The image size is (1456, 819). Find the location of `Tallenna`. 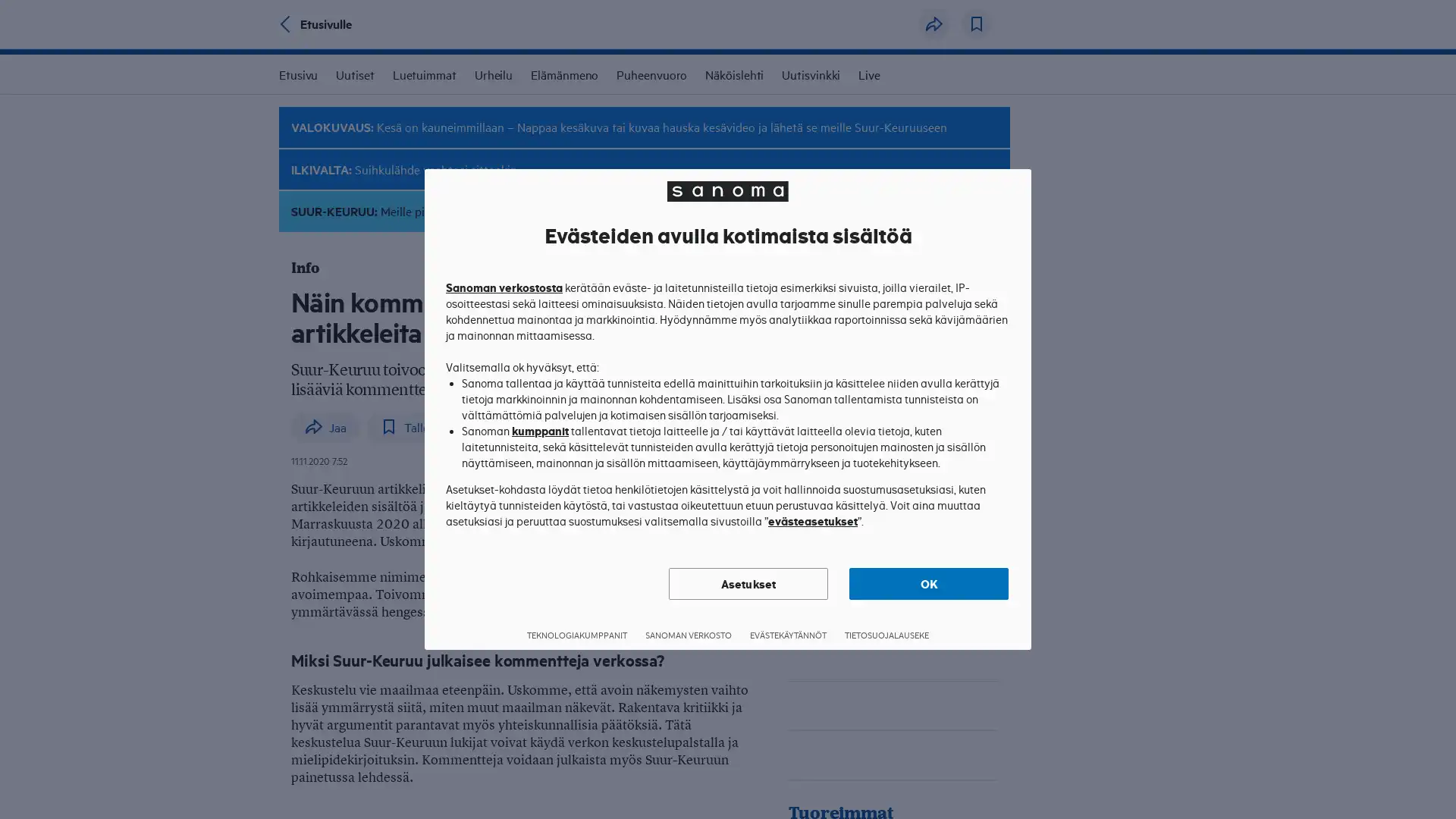

Tallenna is located at coordinates (976, 24).